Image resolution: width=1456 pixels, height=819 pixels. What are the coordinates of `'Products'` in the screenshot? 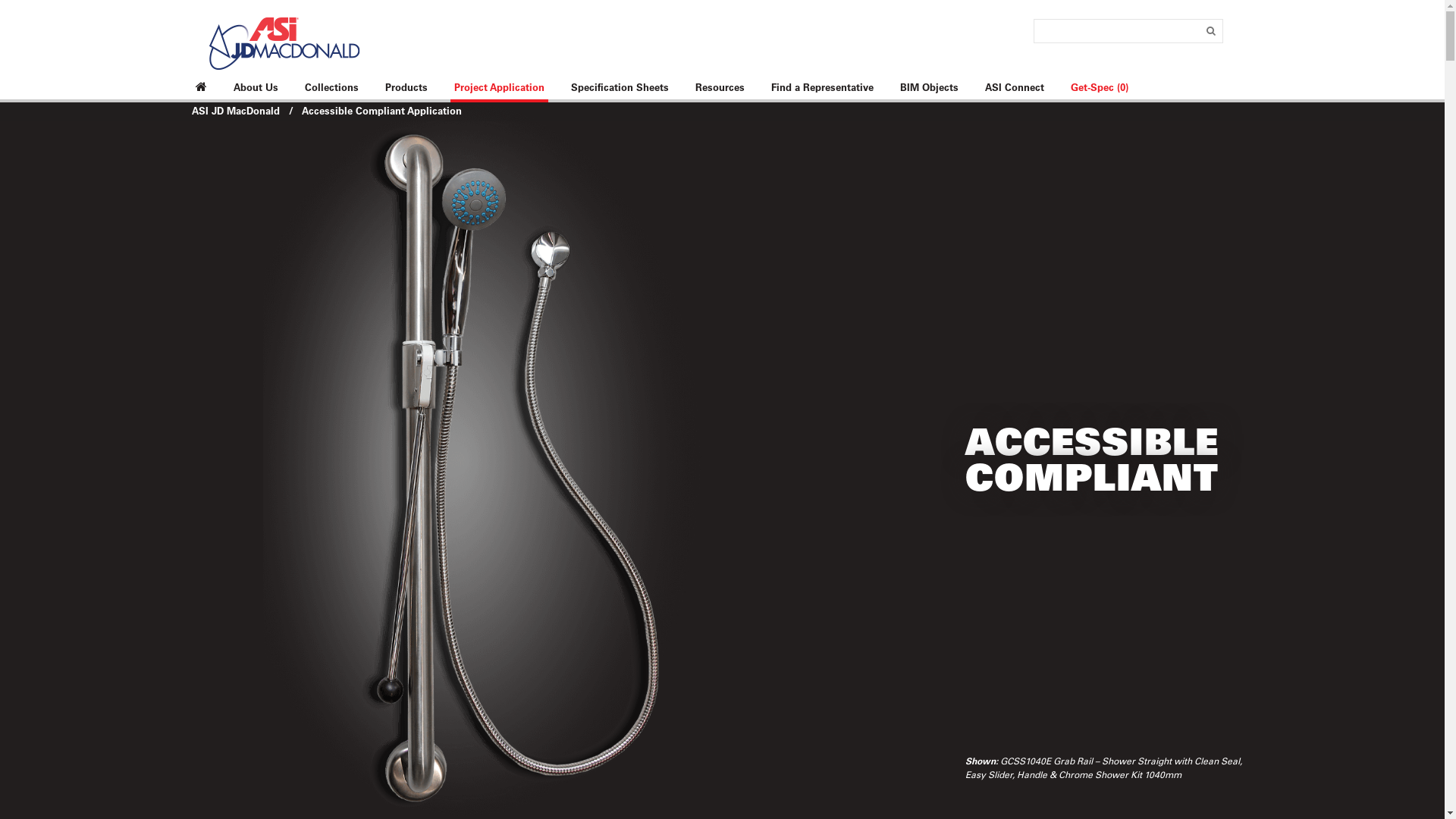 It's located at (405, 87).